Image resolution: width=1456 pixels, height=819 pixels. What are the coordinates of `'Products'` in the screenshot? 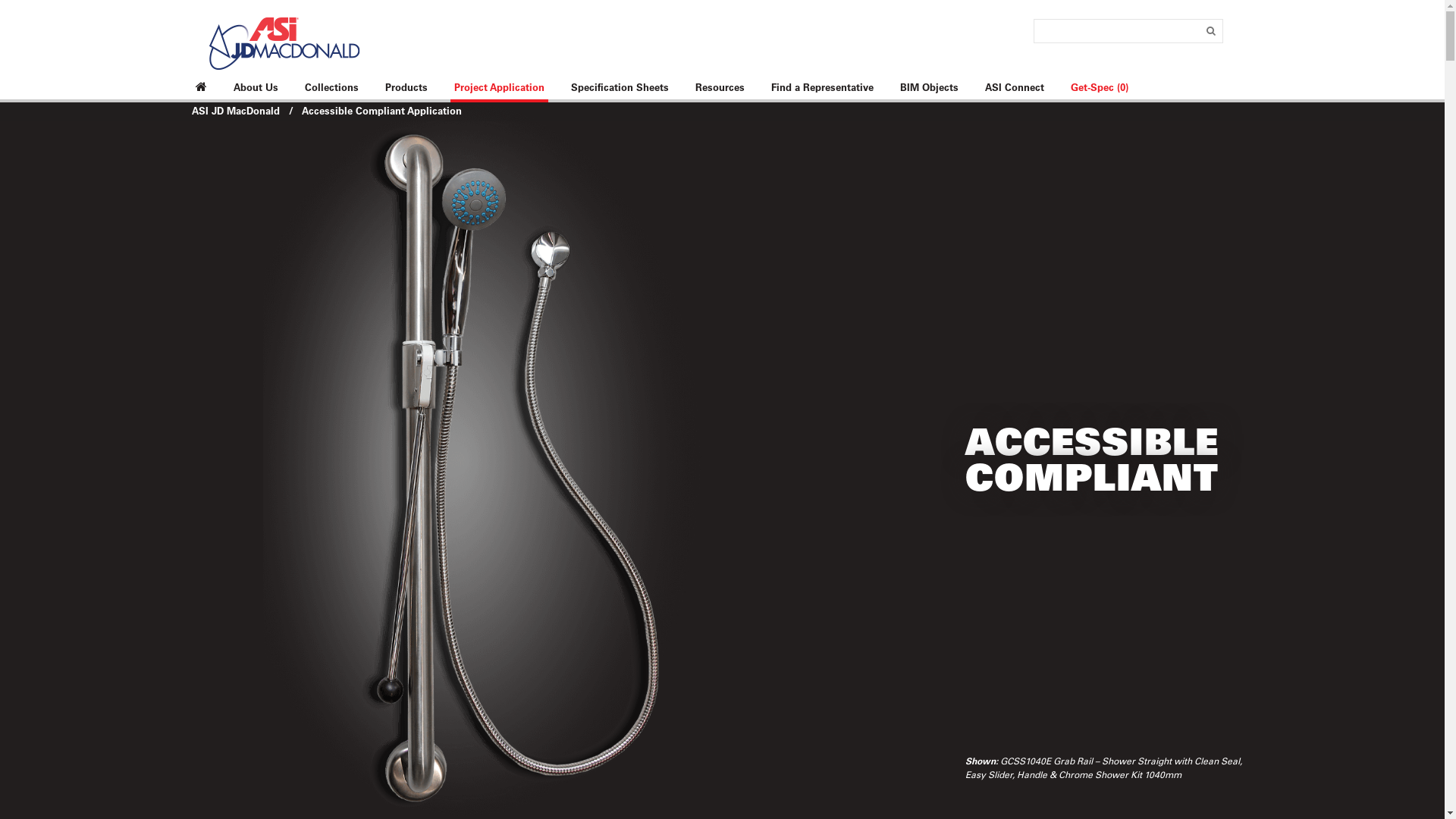 It's located at (405, 87).